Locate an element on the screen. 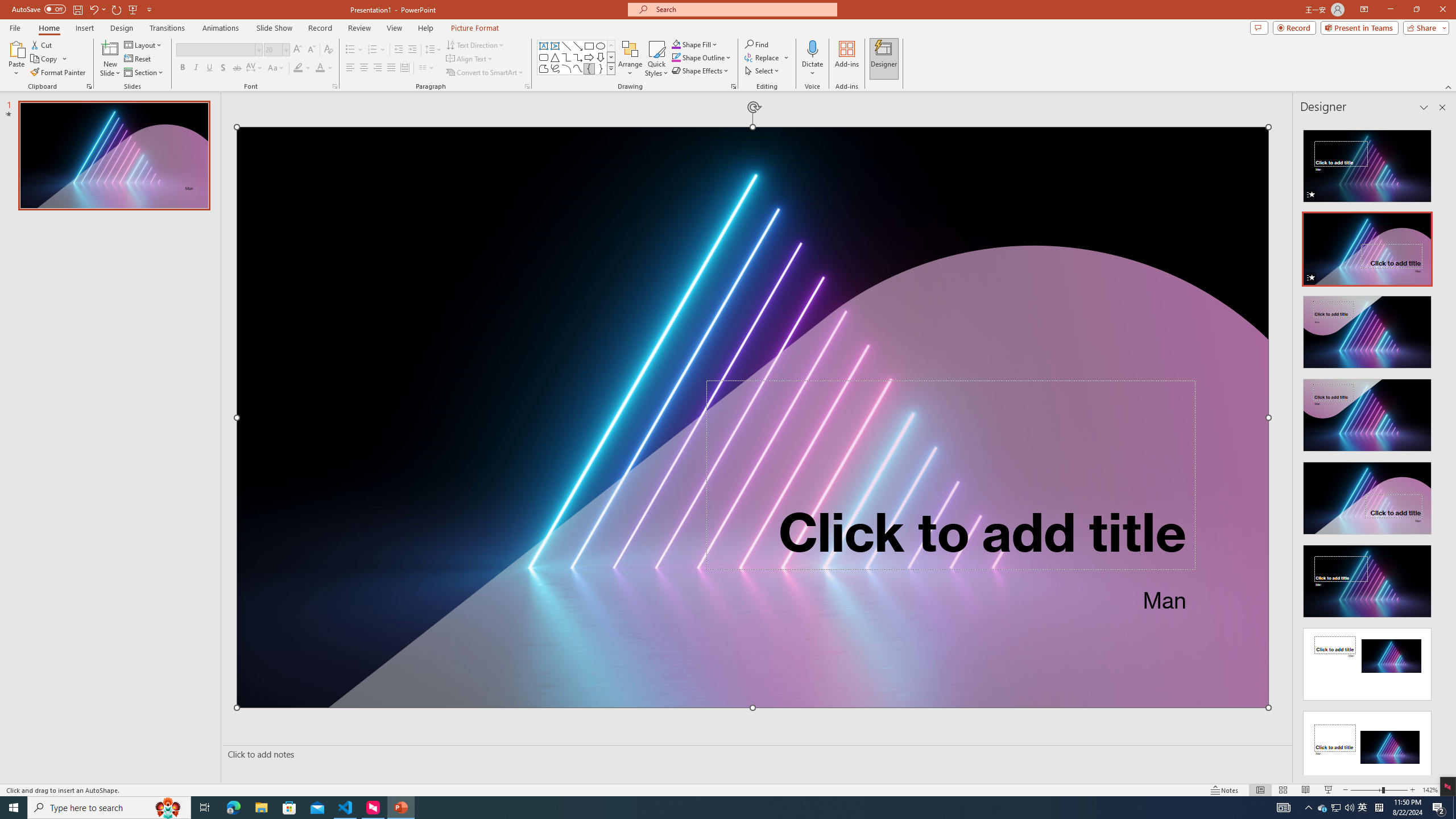 The width and height of the screenshot is (1456, 819). 'Zoom 142%' is located at coordinates (1430, 790).